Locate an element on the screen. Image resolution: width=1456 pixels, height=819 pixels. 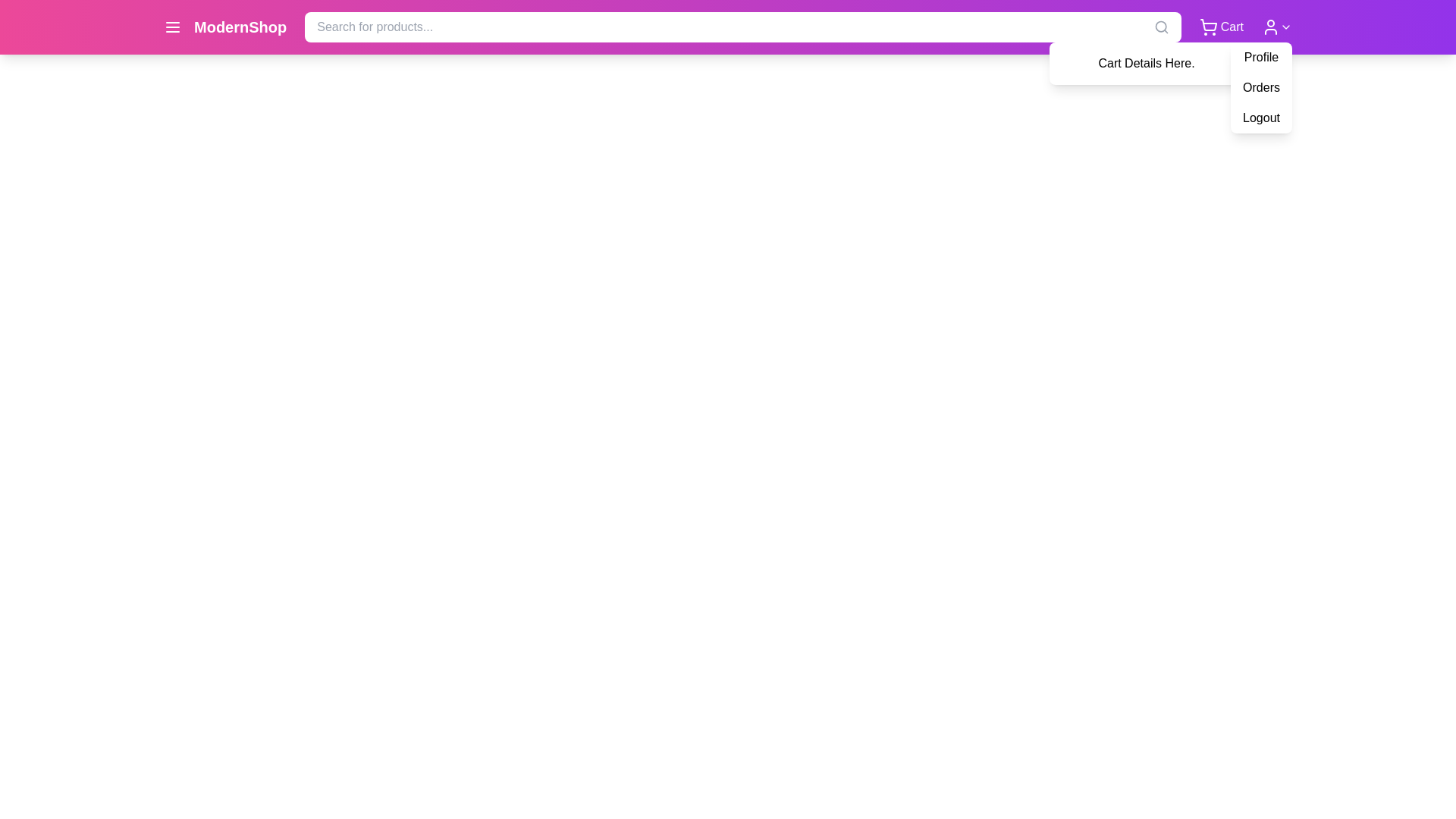
the 'Logout' dropdown menu item, which is the last option in the vertical menu with a white background and black bold text, to trigger the background color change effect is located at coordinates (1261, 117).